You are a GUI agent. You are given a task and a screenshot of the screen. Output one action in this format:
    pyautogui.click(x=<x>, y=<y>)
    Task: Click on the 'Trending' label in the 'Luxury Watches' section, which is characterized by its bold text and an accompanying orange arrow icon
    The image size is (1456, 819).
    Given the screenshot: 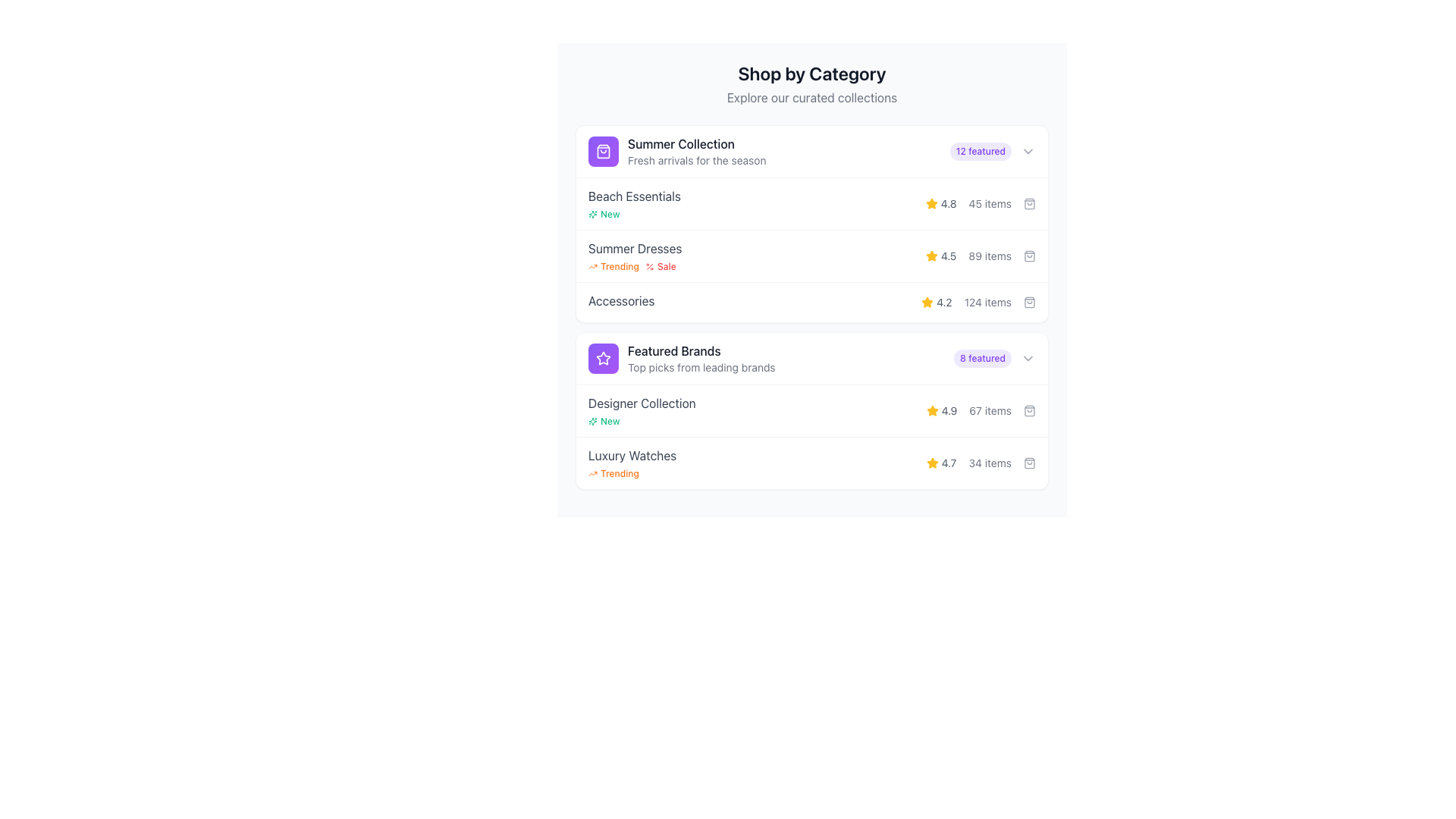 What is the action you would take?
    pyautogui.click(x=632, y=462)
    